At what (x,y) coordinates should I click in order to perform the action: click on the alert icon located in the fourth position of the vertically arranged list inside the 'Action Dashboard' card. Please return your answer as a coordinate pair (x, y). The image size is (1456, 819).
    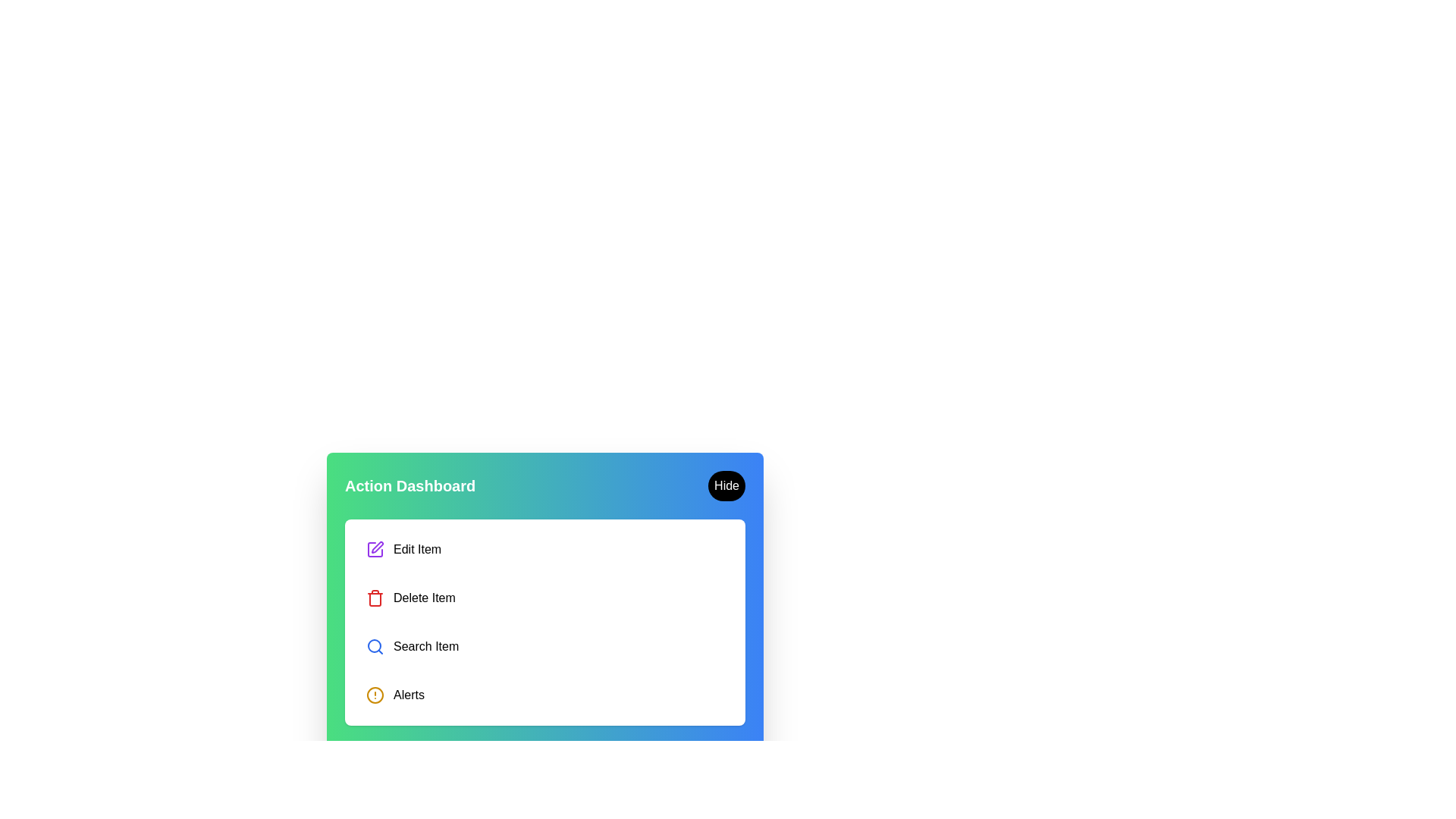
    Looking at the image, I should click on (375, 695).